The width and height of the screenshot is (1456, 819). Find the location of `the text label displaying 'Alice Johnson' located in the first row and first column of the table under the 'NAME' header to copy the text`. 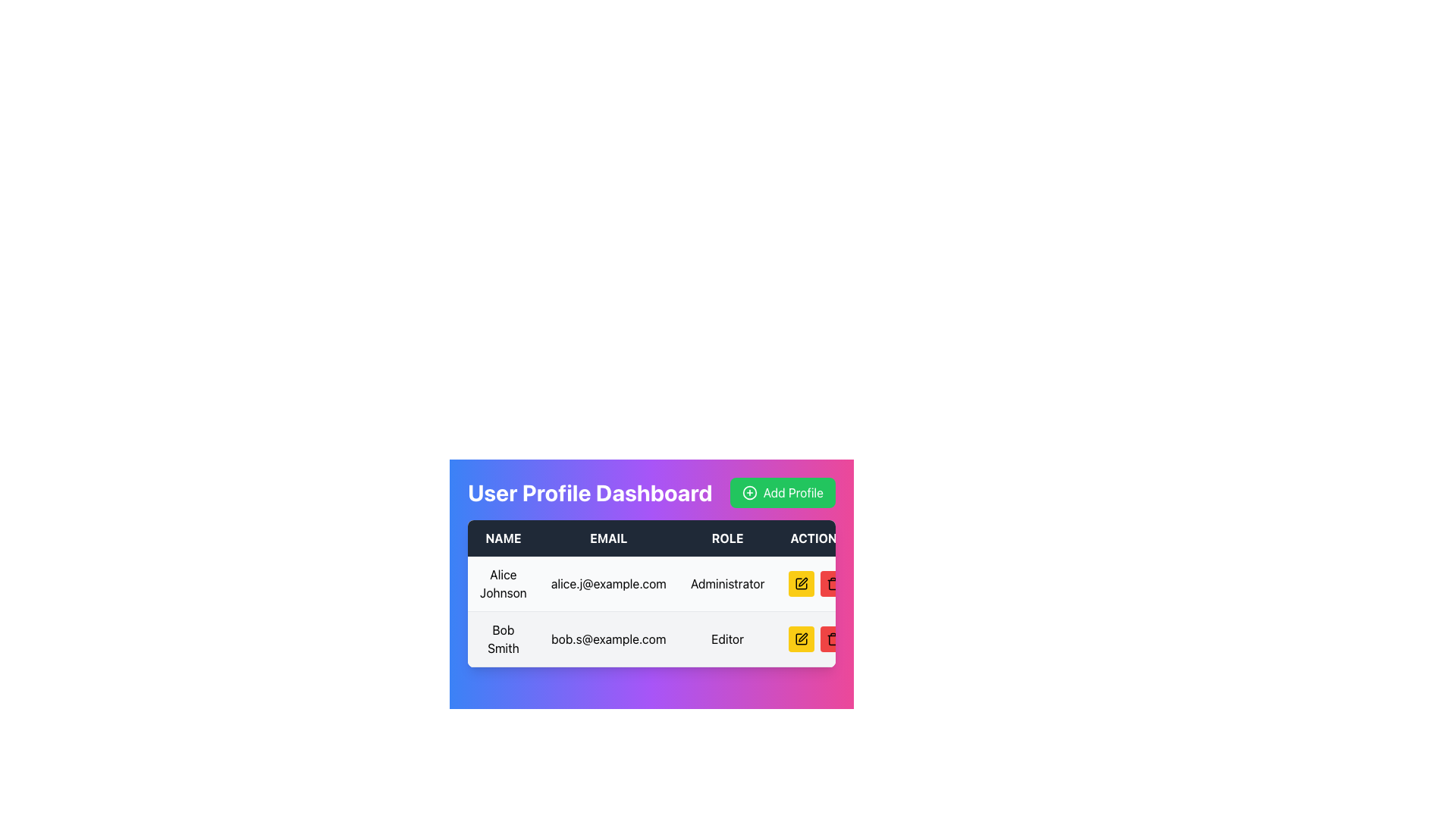

the text label displaying 'Alice Johnson' located in the first row and first column of the table under the 'NAME' header to copy the text is located at coordinates (503, 583).